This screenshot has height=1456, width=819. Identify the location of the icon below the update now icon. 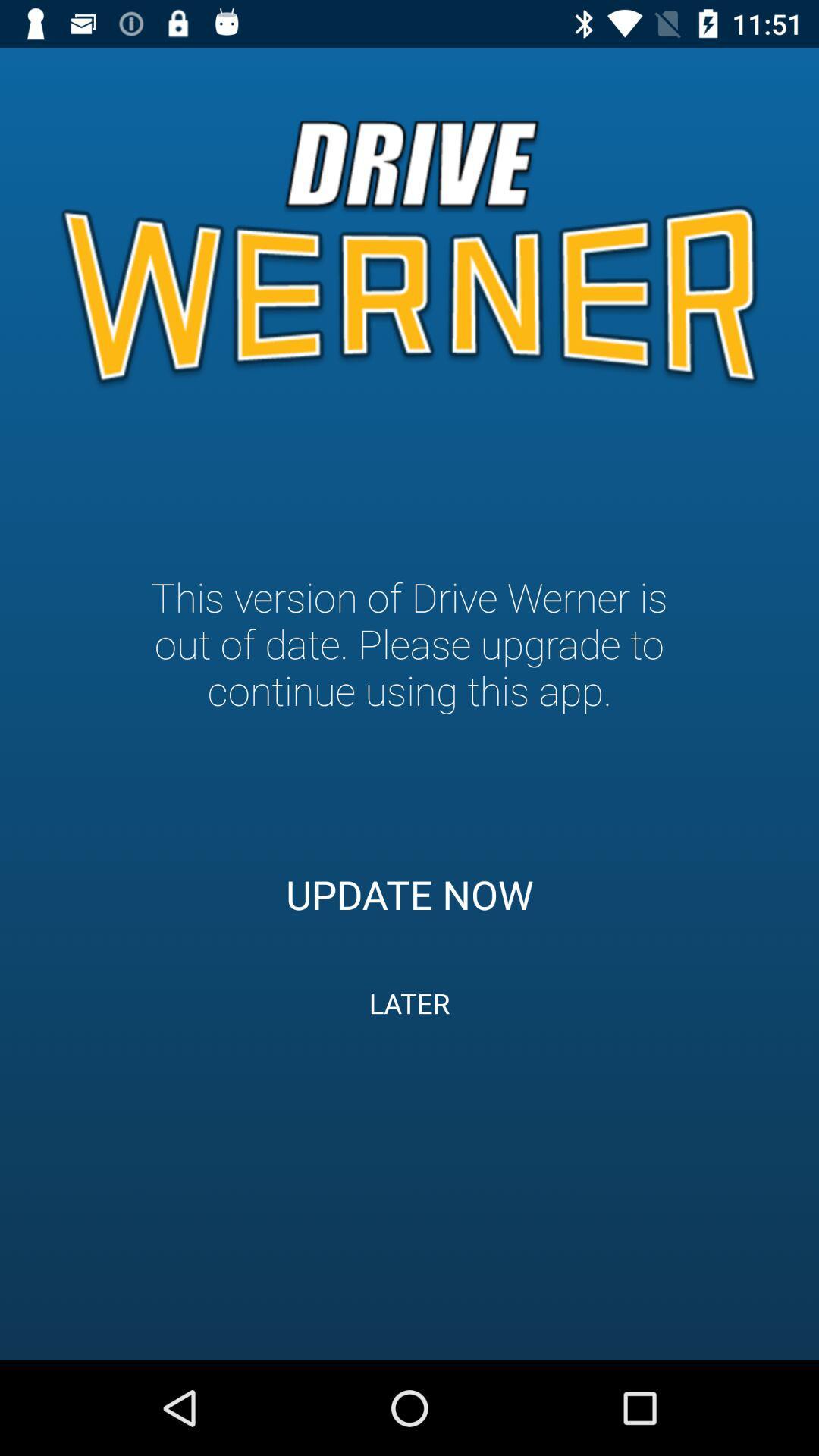
(409, 1003).